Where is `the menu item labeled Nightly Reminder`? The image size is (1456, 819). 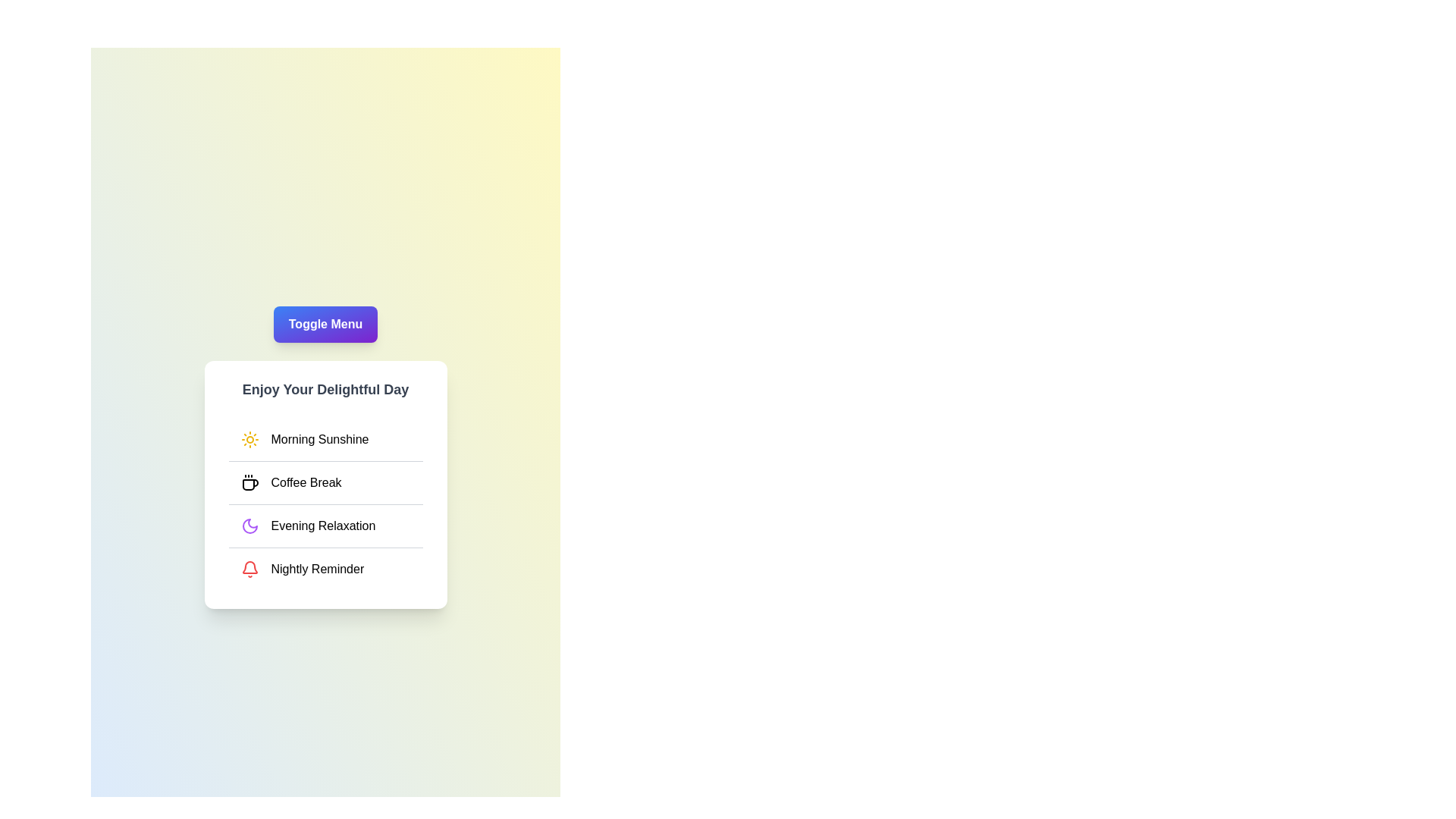 the menu item labeled Nightly Reminder is located at coordinates (325, 568).